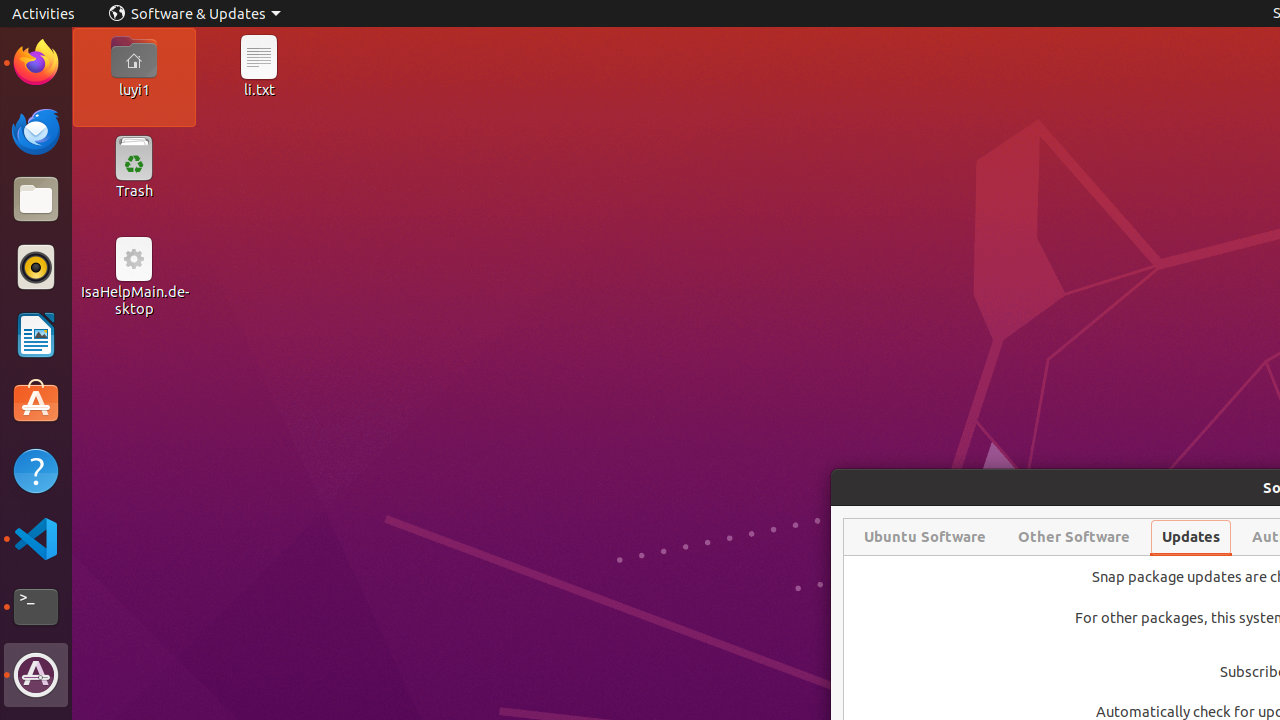 The width and height of the screenshot is (1280, 720). I want to click on 'li.txt', so click(257, 88).